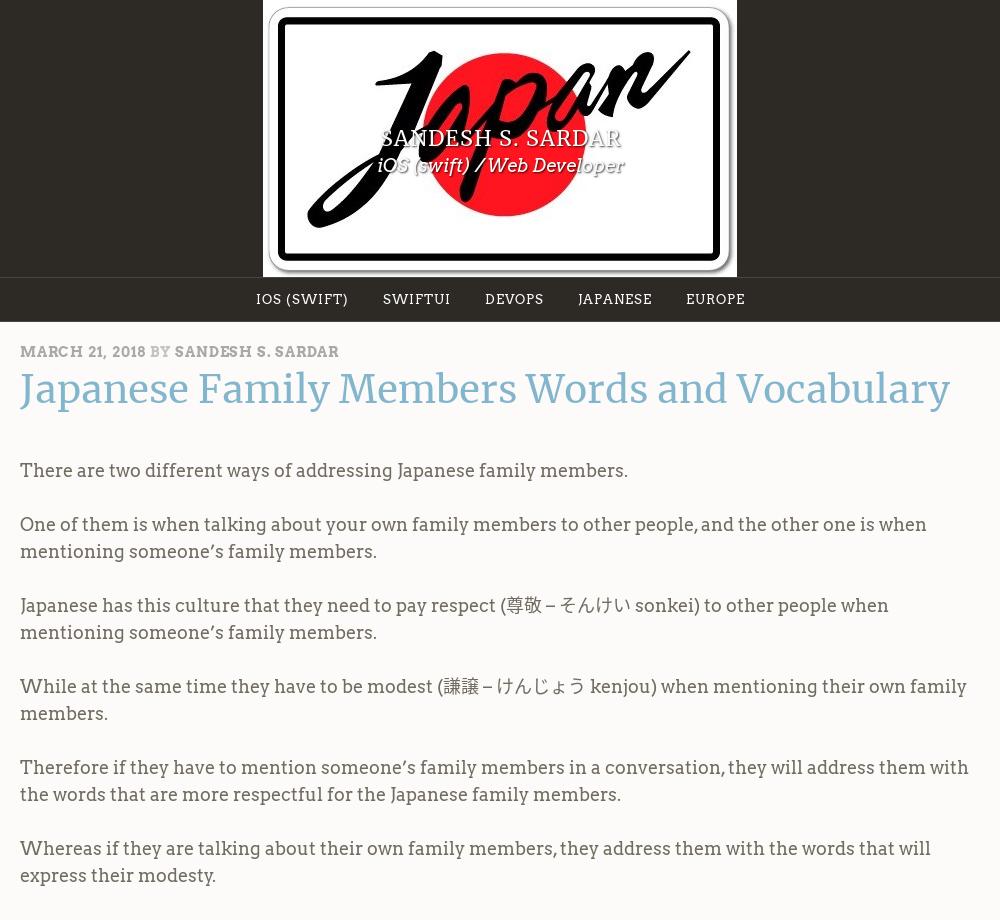  I want to click on 'by', so click(160, 350).